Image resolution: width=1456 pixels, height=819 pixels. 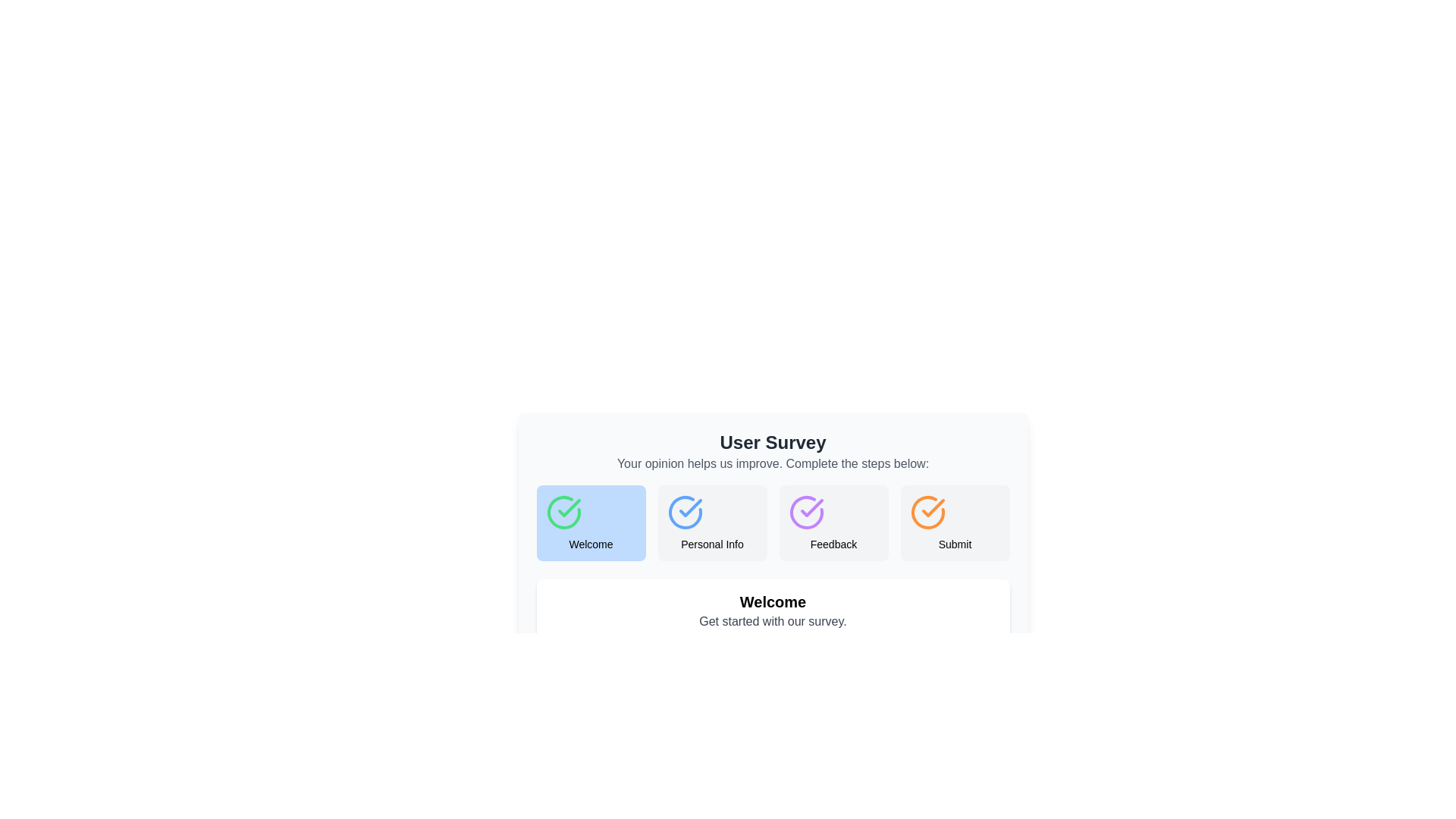 What do you see at coordinates (590, 522) in the screenshot?
I see `the 'Welcome' button-like decorative UI component that serves as the first step in the user survey` at bounding box center [590, 522].